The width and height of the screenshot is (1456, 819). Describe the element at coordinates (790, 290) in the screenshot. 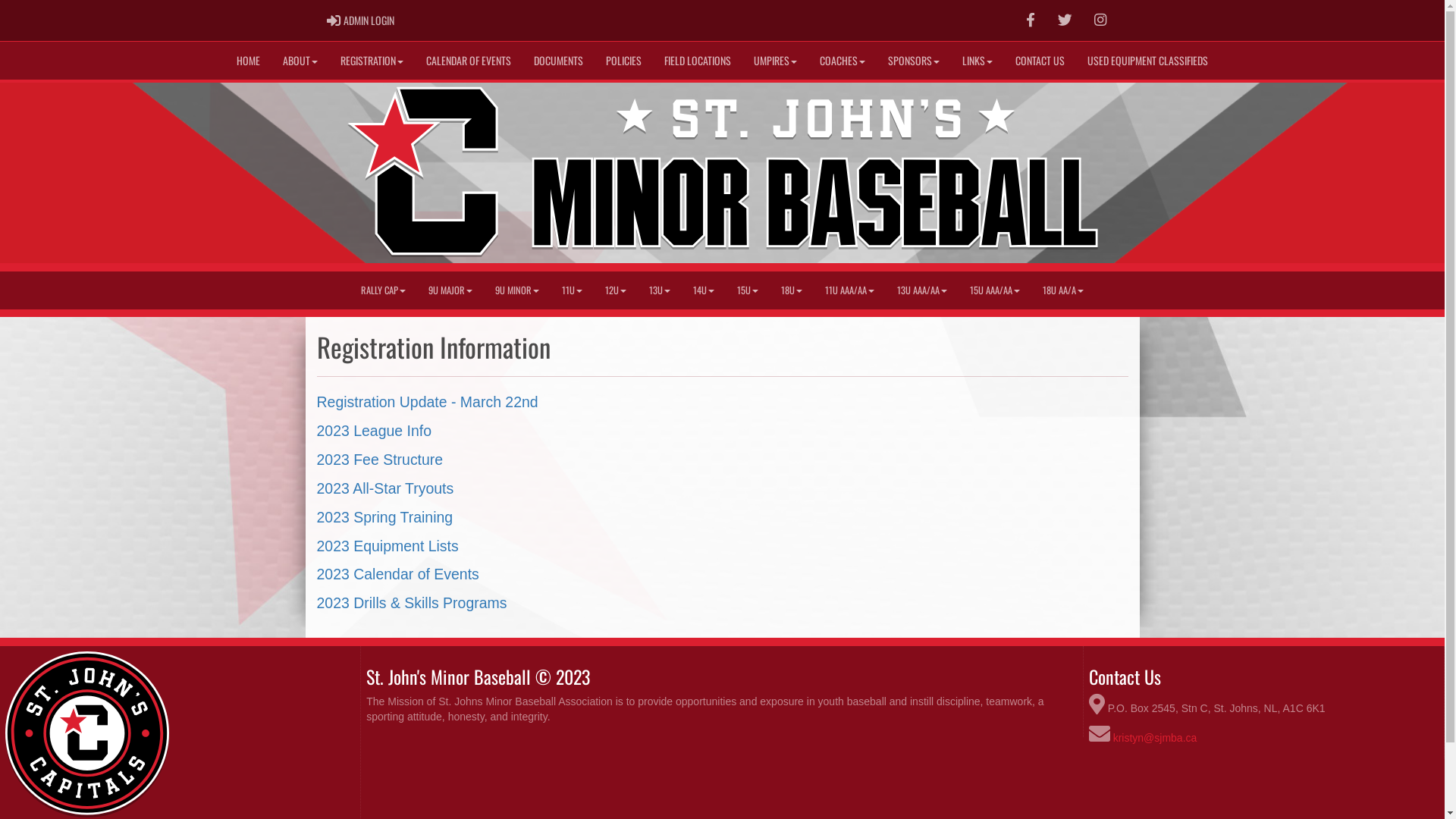

I see `'18U'` at that location.